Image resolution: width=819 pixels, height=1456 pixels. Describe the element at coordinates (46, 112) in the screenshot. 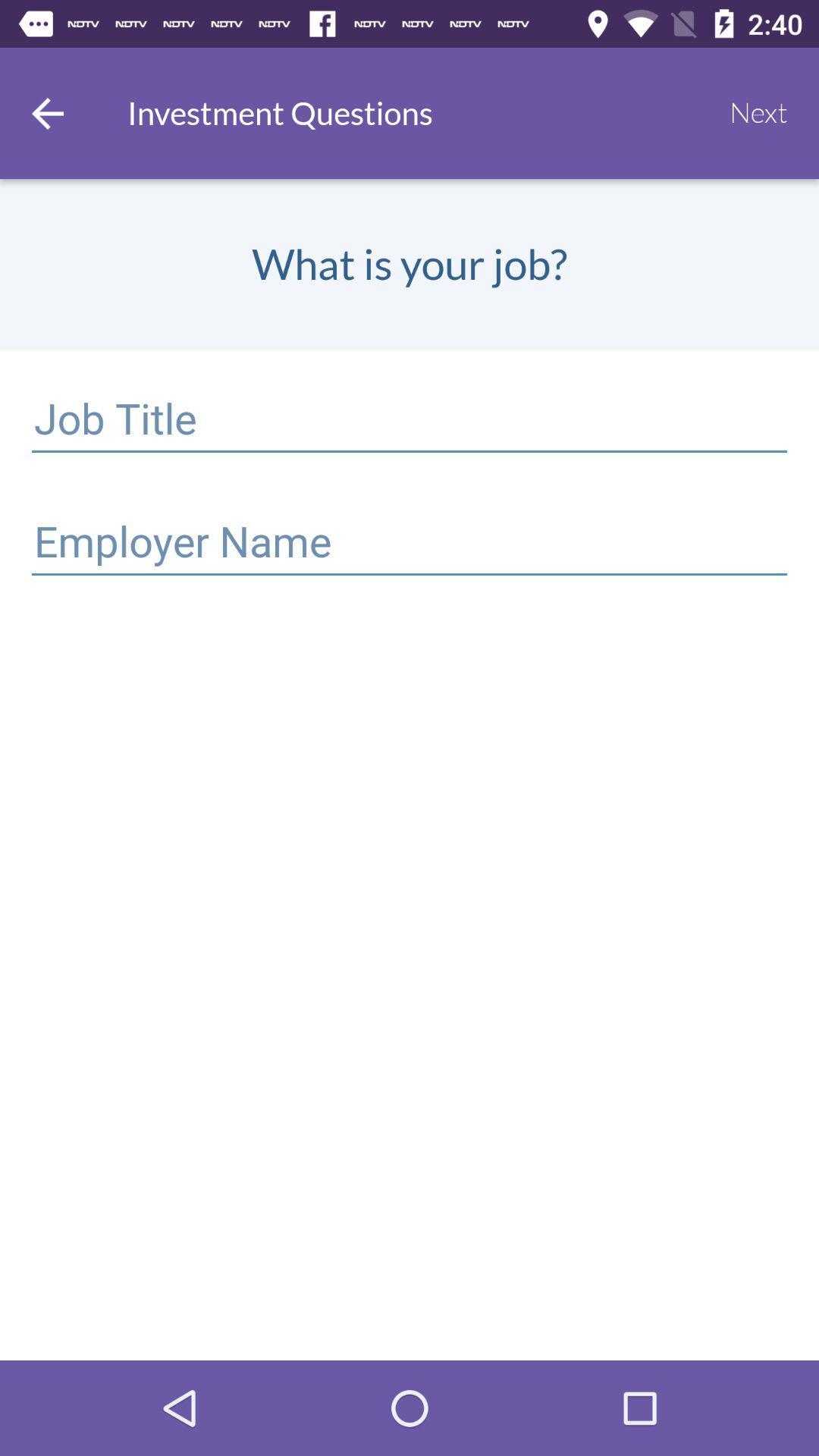

I see `item at the top left corner` at that location.